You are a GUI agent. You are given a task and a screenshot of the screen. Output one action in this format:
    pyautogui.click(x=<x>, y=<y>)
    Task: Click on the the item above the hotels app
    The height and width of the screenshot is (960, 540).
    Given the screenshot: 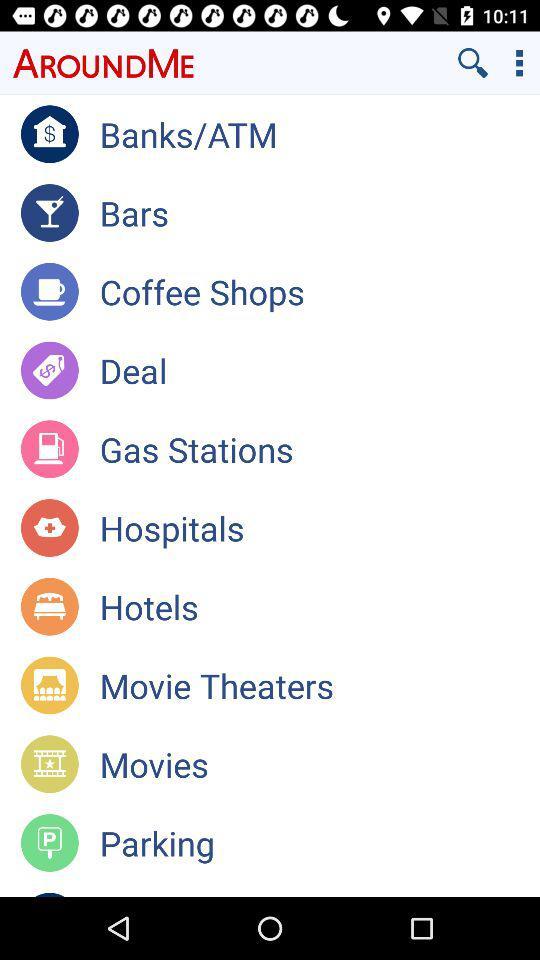 What is the action you would take?
    pyautogui.click(x=319, y=527)
    